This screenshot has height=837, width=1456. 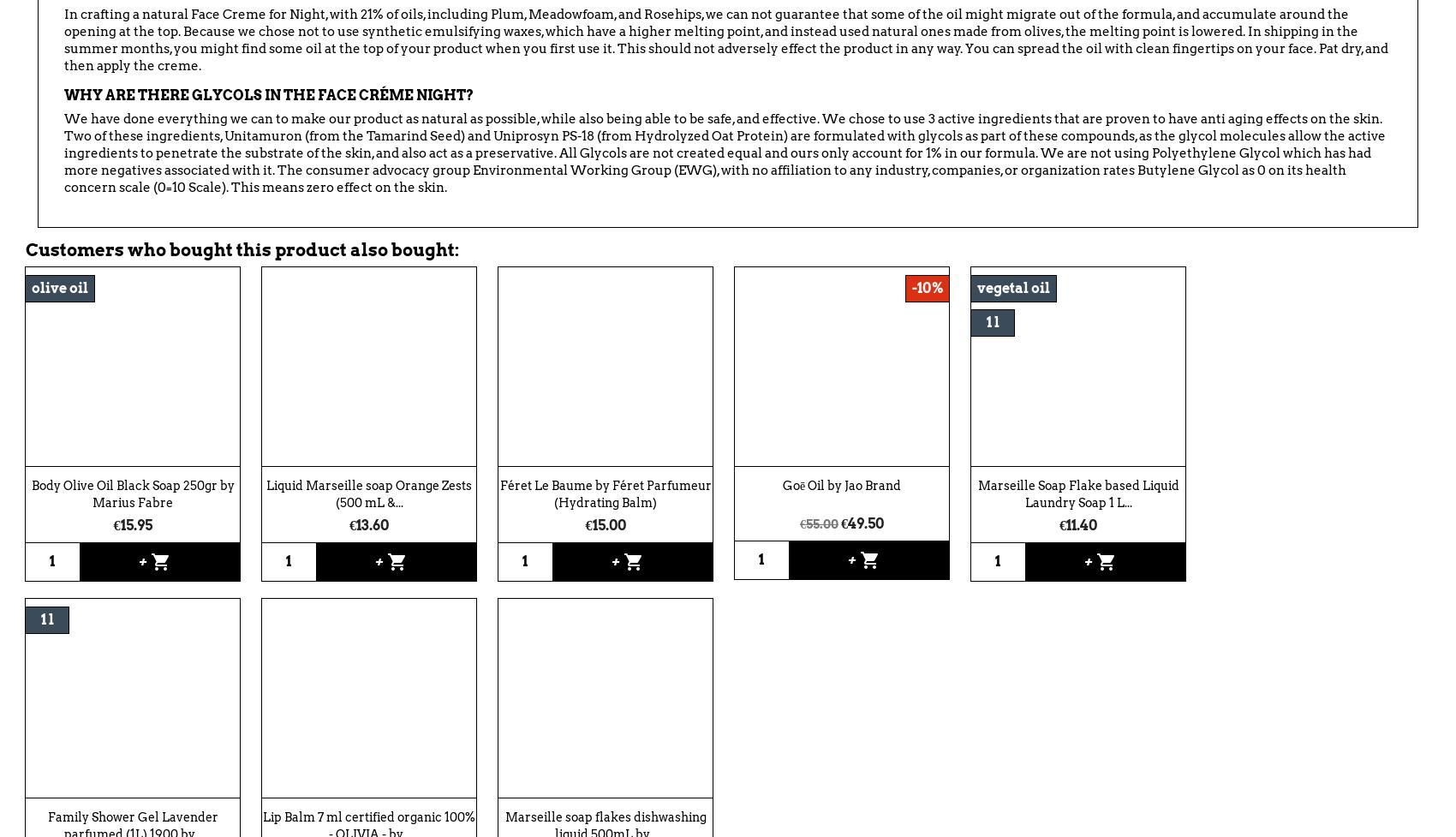 I want to click on '-10%', so click(x=928, y=287).